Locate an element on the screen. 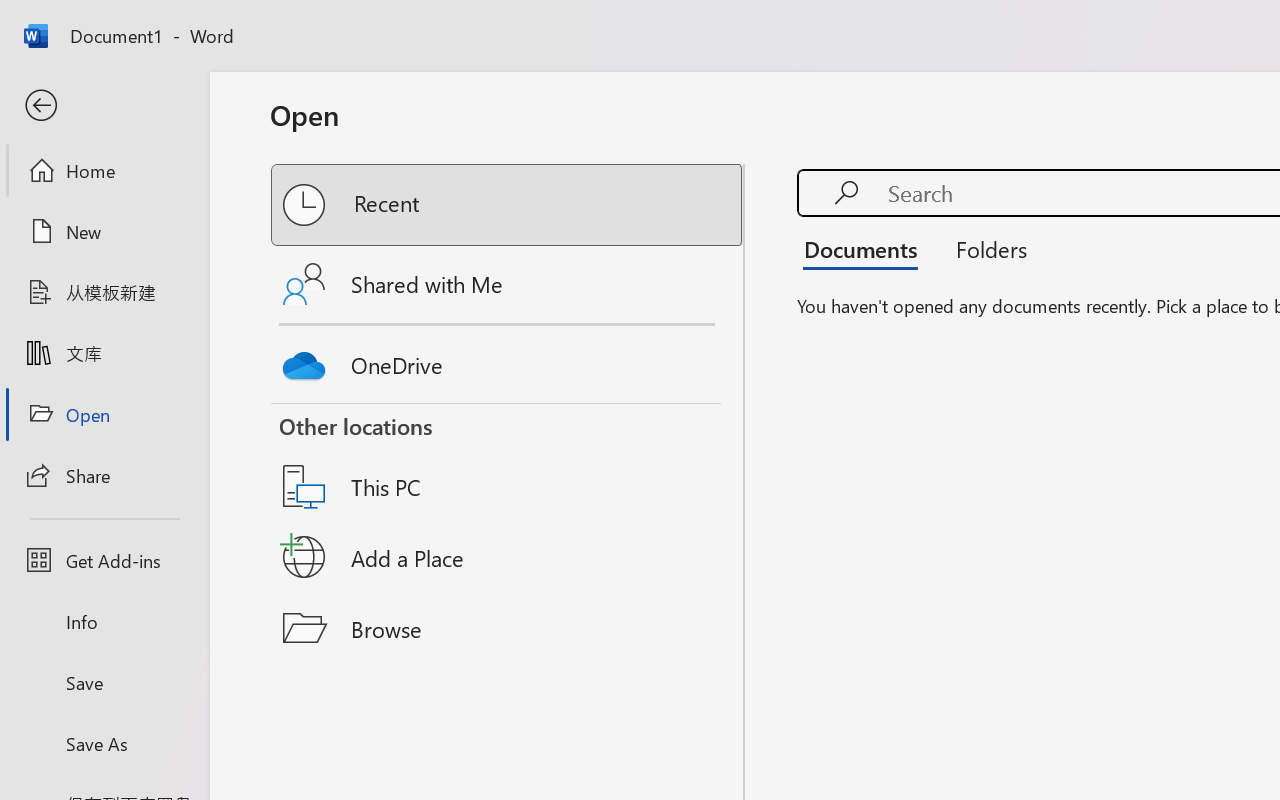 Image resolution: width=1280 pixels, height=800 pixels. 'Browse' is located at coordinates (508, 628).